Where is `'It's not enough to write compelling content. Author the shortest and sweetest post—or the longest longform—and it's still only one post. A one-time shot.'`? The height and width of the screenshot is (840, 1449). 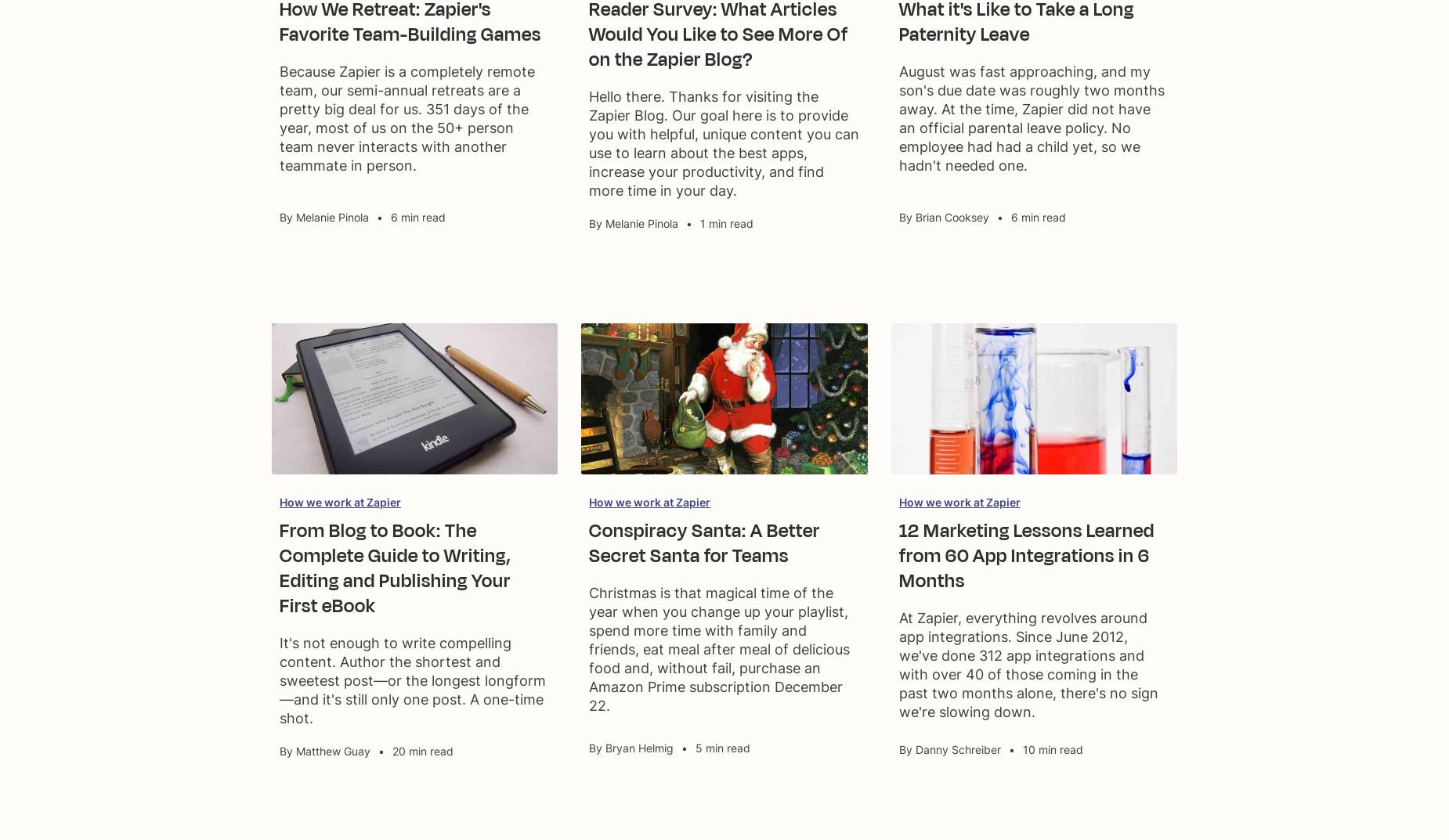
'It's not enough to write compelling content. Author the shortest and sweetest post—or the longest longform—and it's still only one post. A one-time shot.' is located at coordinates (413, 680).